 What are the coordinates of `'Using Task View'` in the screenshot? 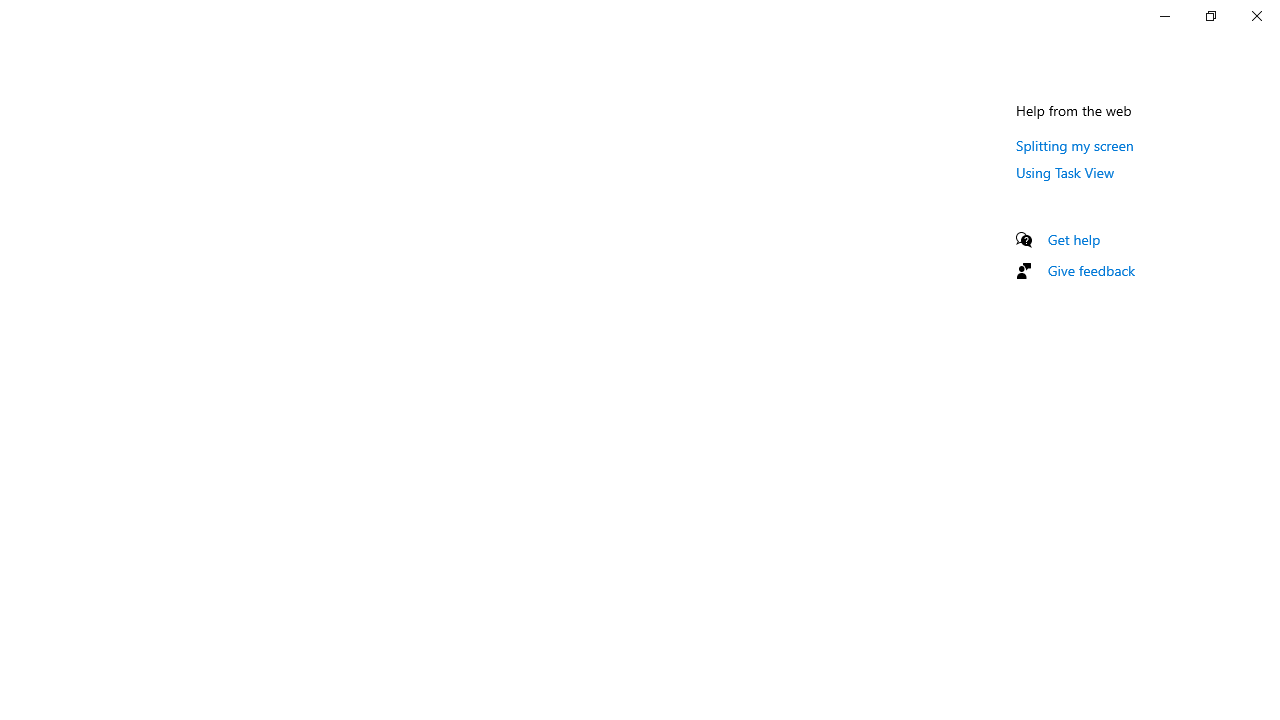 It's located at (1064, 171).